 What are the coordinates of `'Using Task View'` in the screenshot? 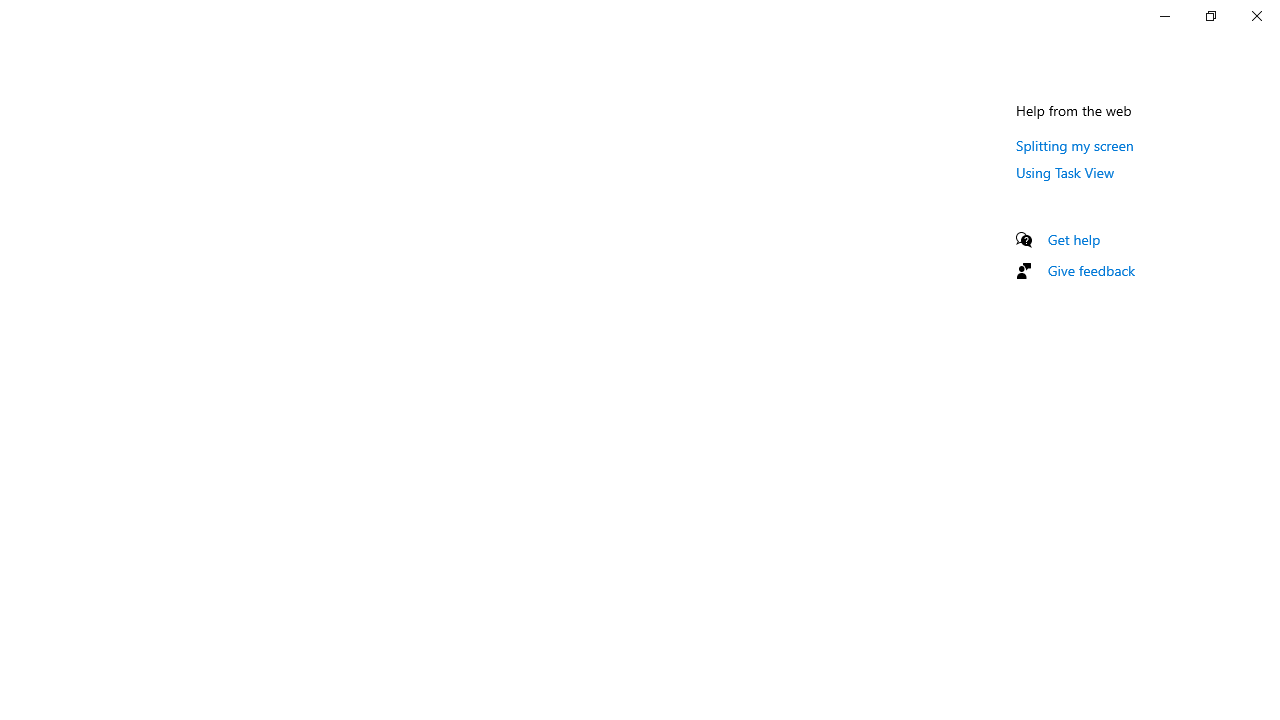 It's located at (1064, 171).